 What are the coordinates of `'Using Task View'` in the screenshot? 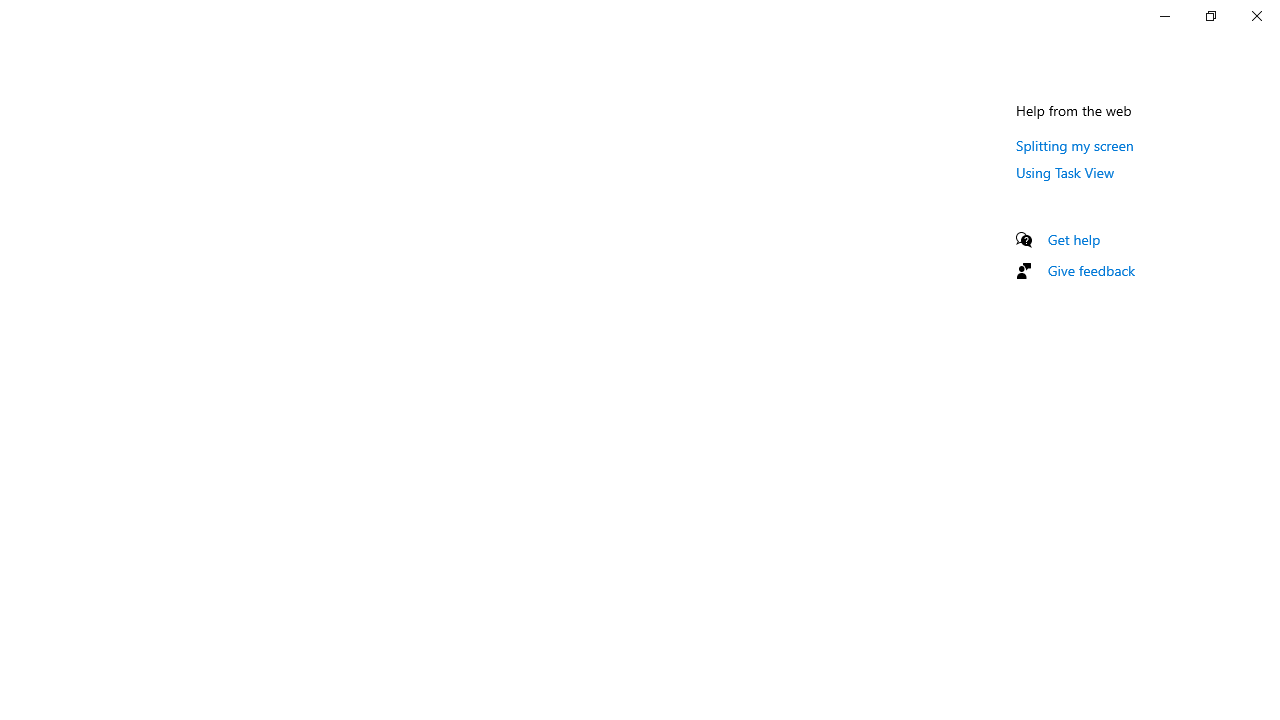 It's located at (1064, 171).